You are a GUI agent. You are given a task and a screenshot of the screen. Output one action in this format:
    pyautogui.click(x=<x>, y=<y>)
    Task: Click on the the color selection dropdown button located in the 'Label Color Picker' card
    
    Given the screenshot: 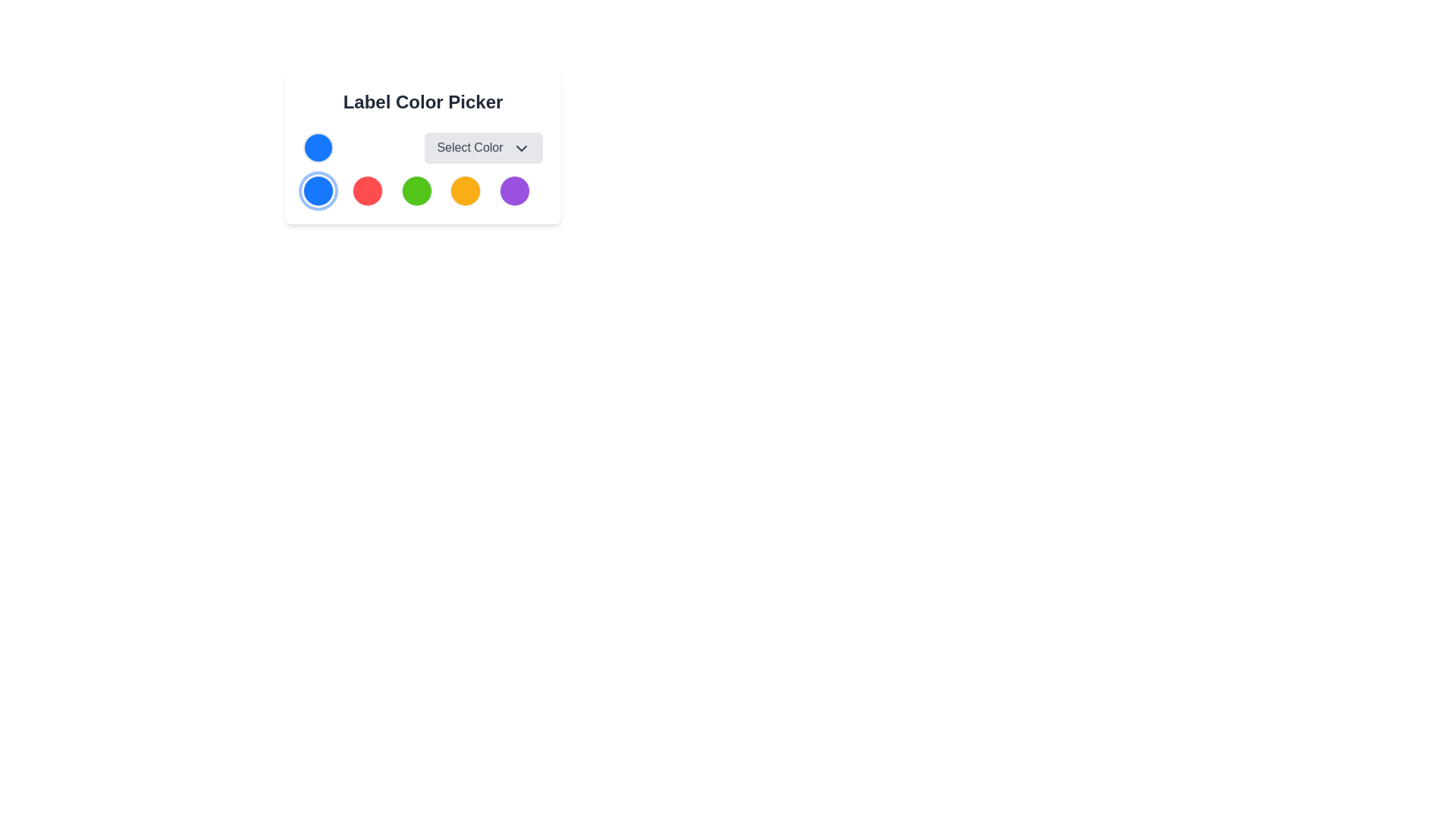 What is the action you would take?
    pyautogui.click(x=422, y=148)
    